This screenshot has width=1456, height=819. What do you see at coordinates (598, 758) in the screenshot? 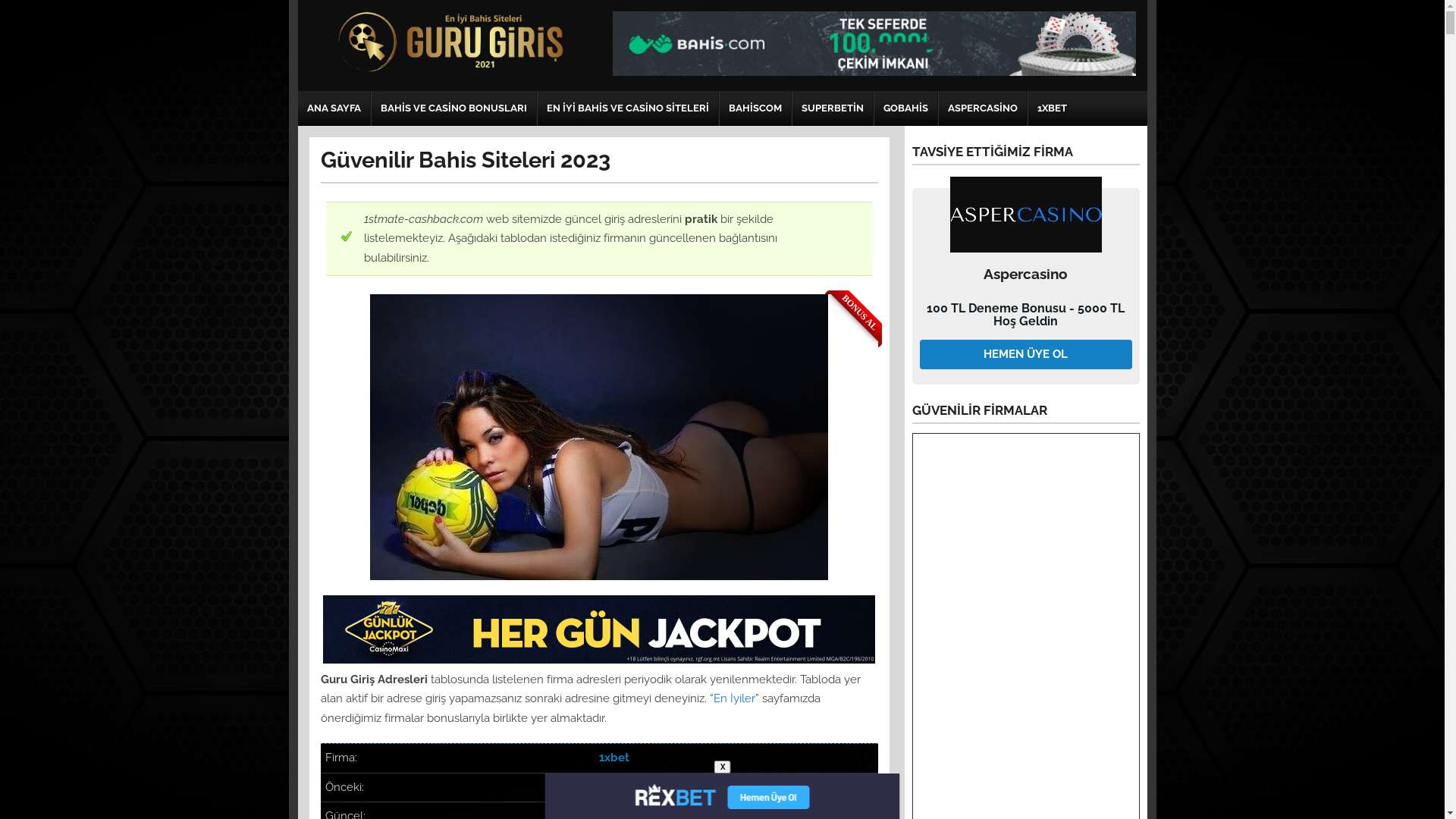
I see `'1xbet'` at bounding box center [598, 758].